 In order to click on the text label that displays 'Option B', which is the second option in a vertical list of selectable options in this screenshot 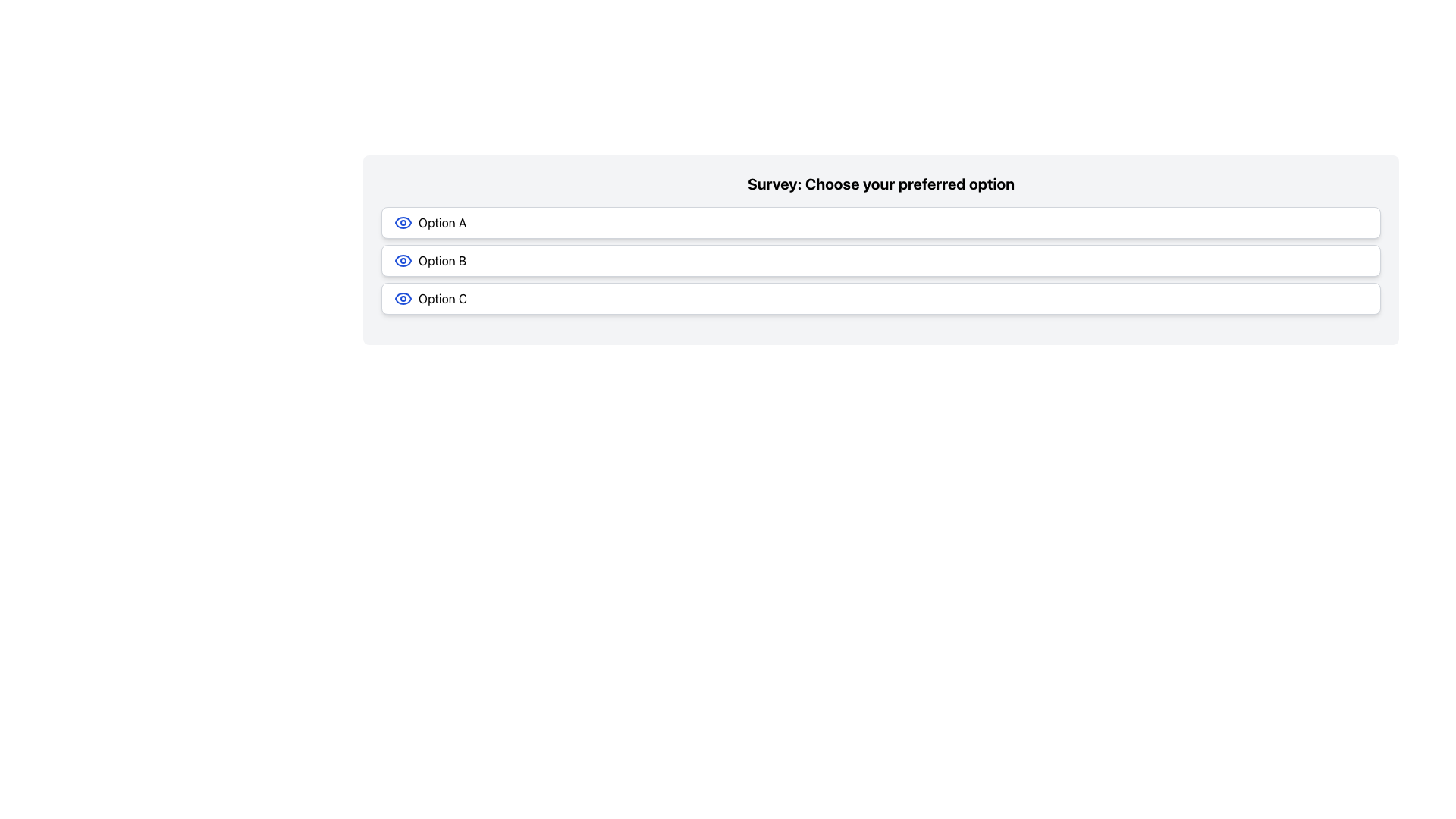, I will do `click(441, 259)`.